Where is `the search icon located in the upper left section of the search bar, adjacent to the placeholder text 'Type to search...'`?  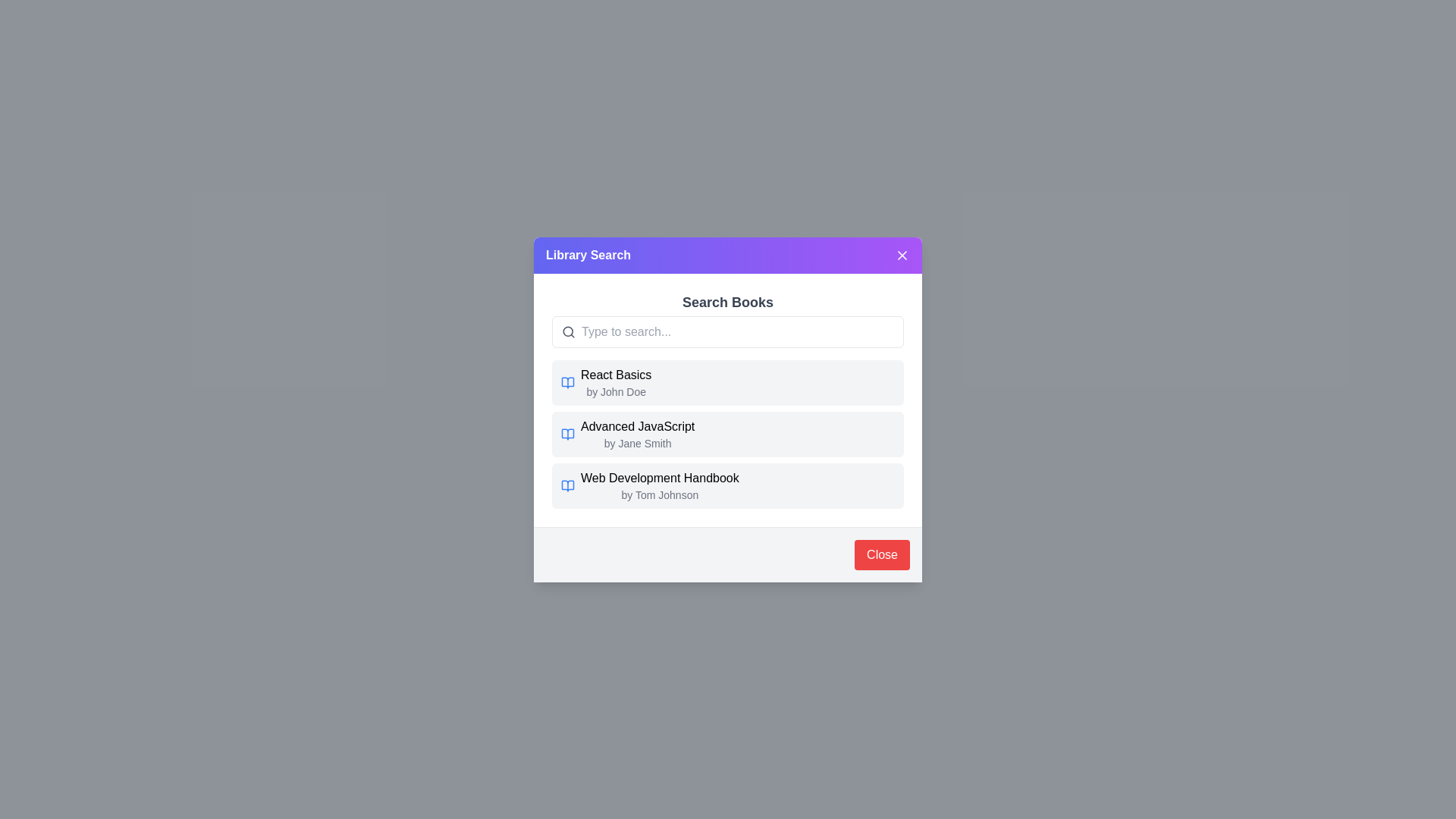 the search icon located in the upper left section of the search bar, adjacent to the placeholder text 'Type to search...' is located at coordinates (567, 331).